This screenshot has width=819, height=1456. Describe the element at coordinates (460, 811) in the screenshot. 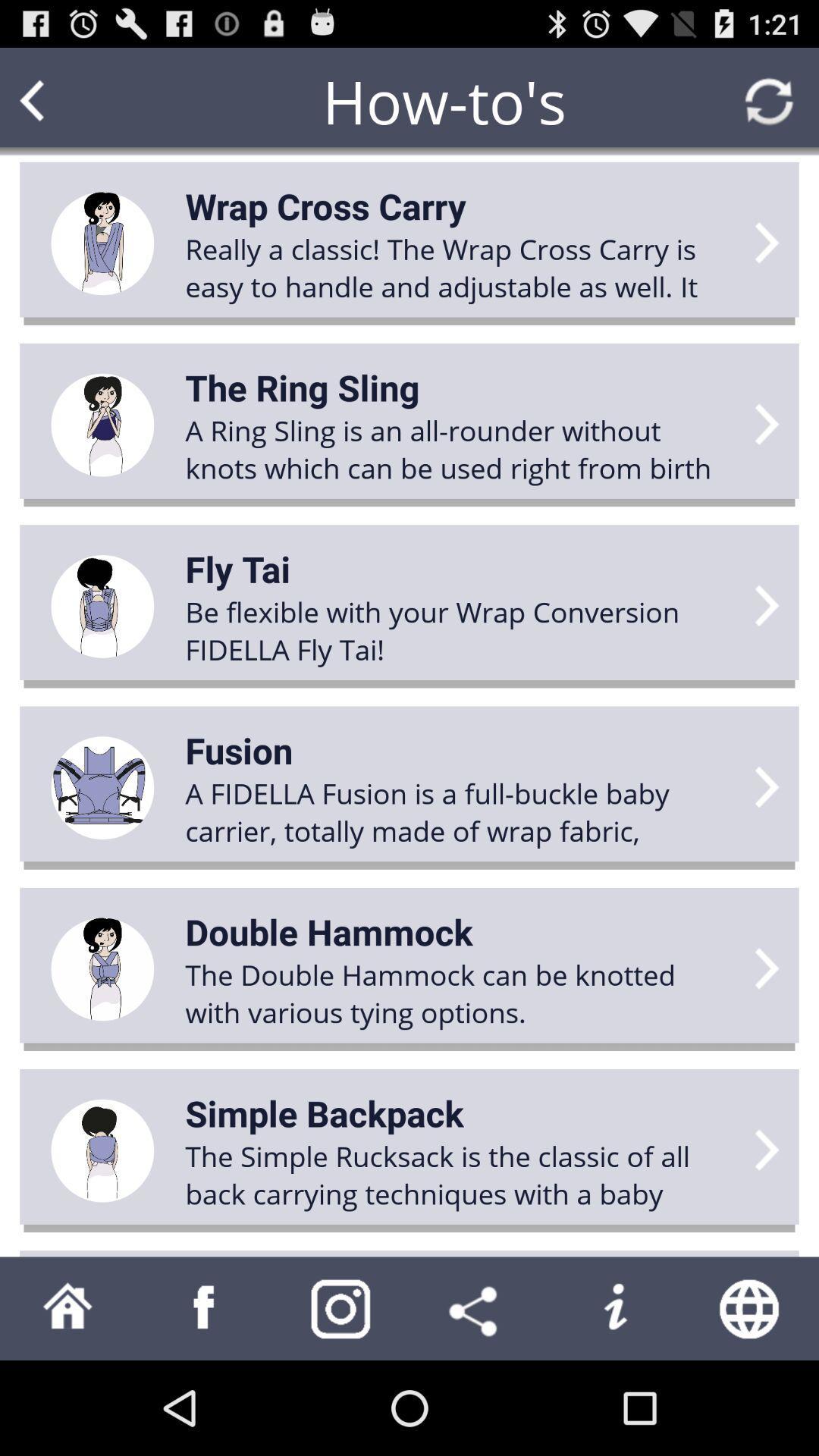

I see `the icon above the double hammock` at that location.